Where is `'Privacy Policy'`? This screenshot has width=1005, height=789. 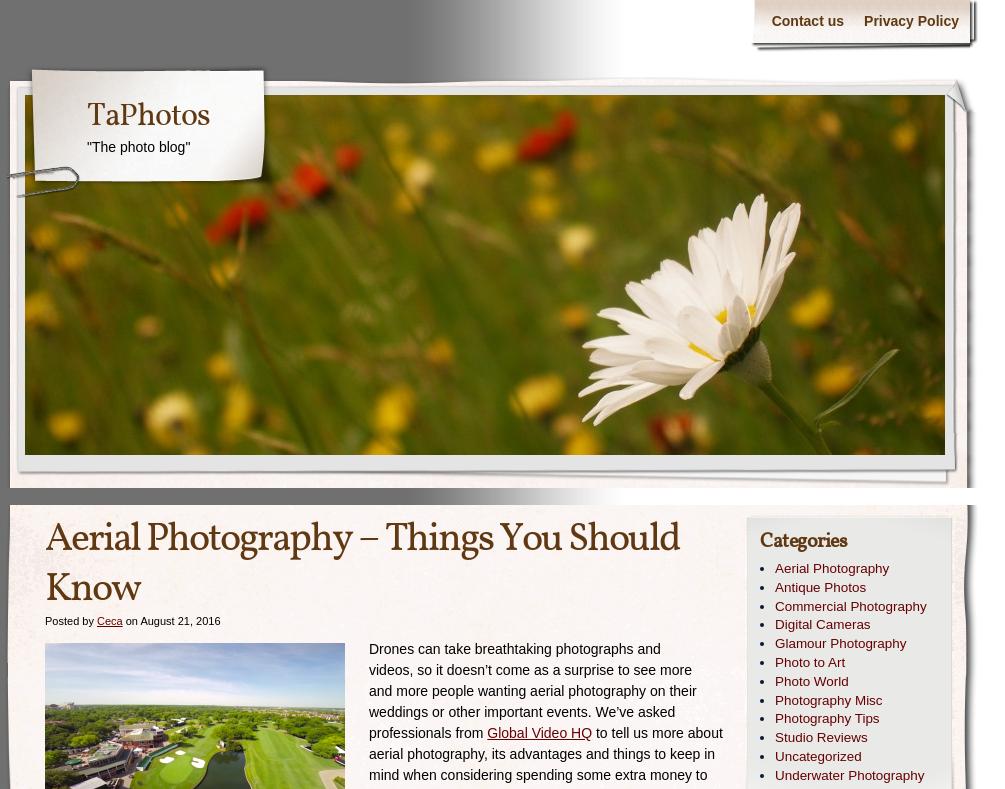
'Privacy Policy' is located at coordinates (910, 19).